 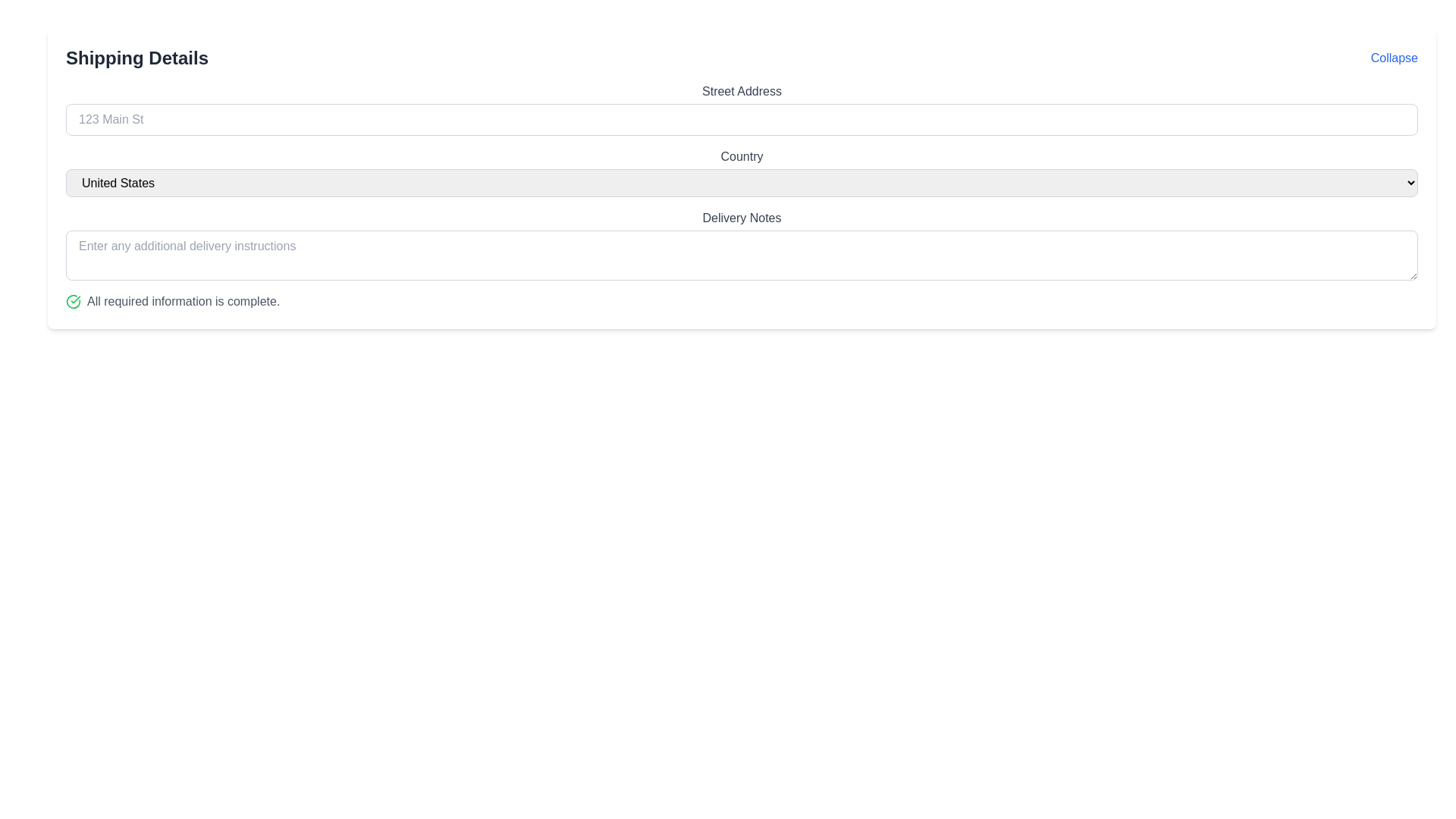 What do you see at coordinates (742, 171) in the screenshot?
I see `an option from the dropdown menu labeled 'United States', which is styled with rounded corners and has a downward arrow icon` at bounding box center [742, 171].